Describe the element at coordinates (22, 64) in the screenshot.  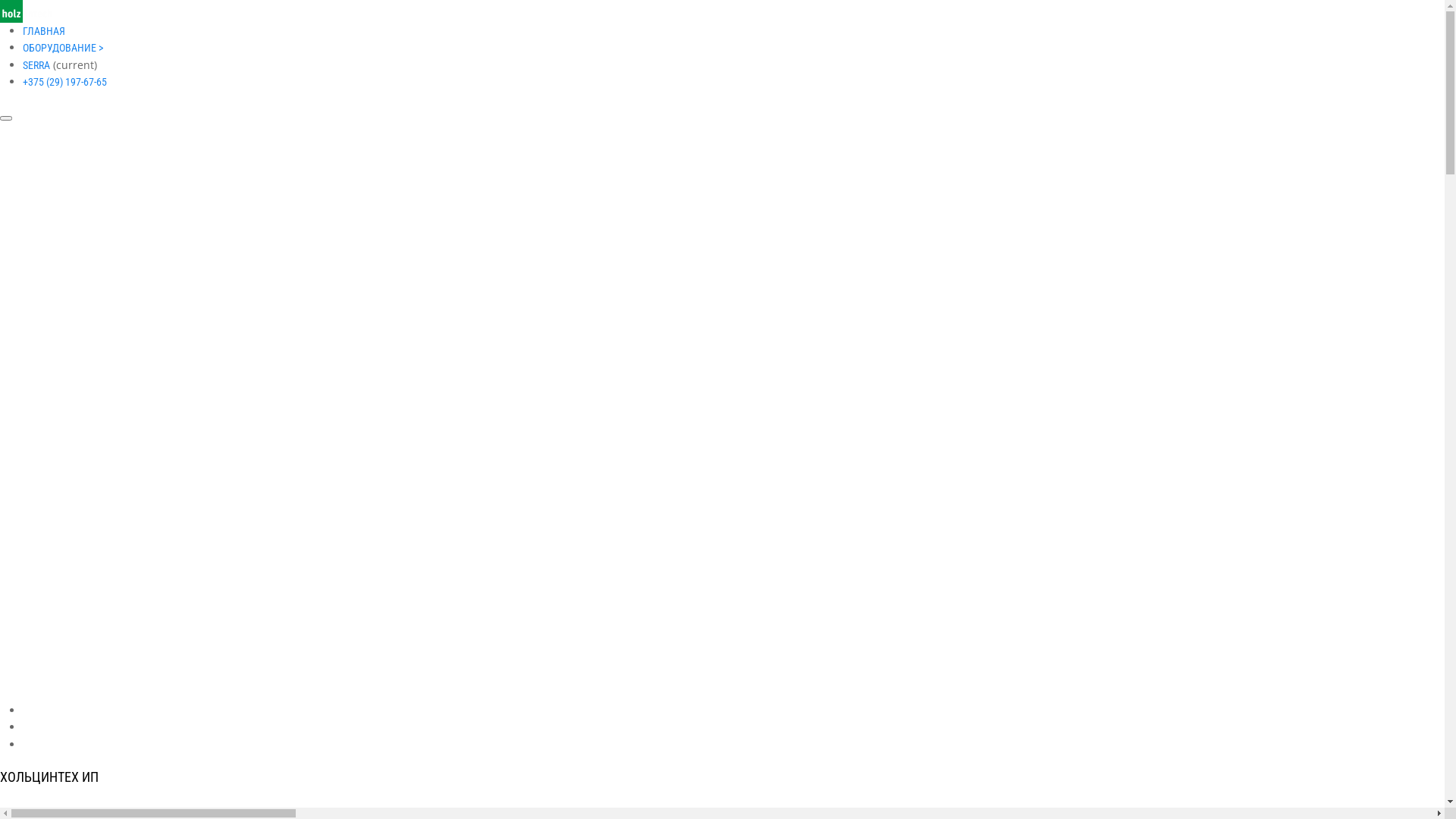
I see `'SERRA'` at that location.